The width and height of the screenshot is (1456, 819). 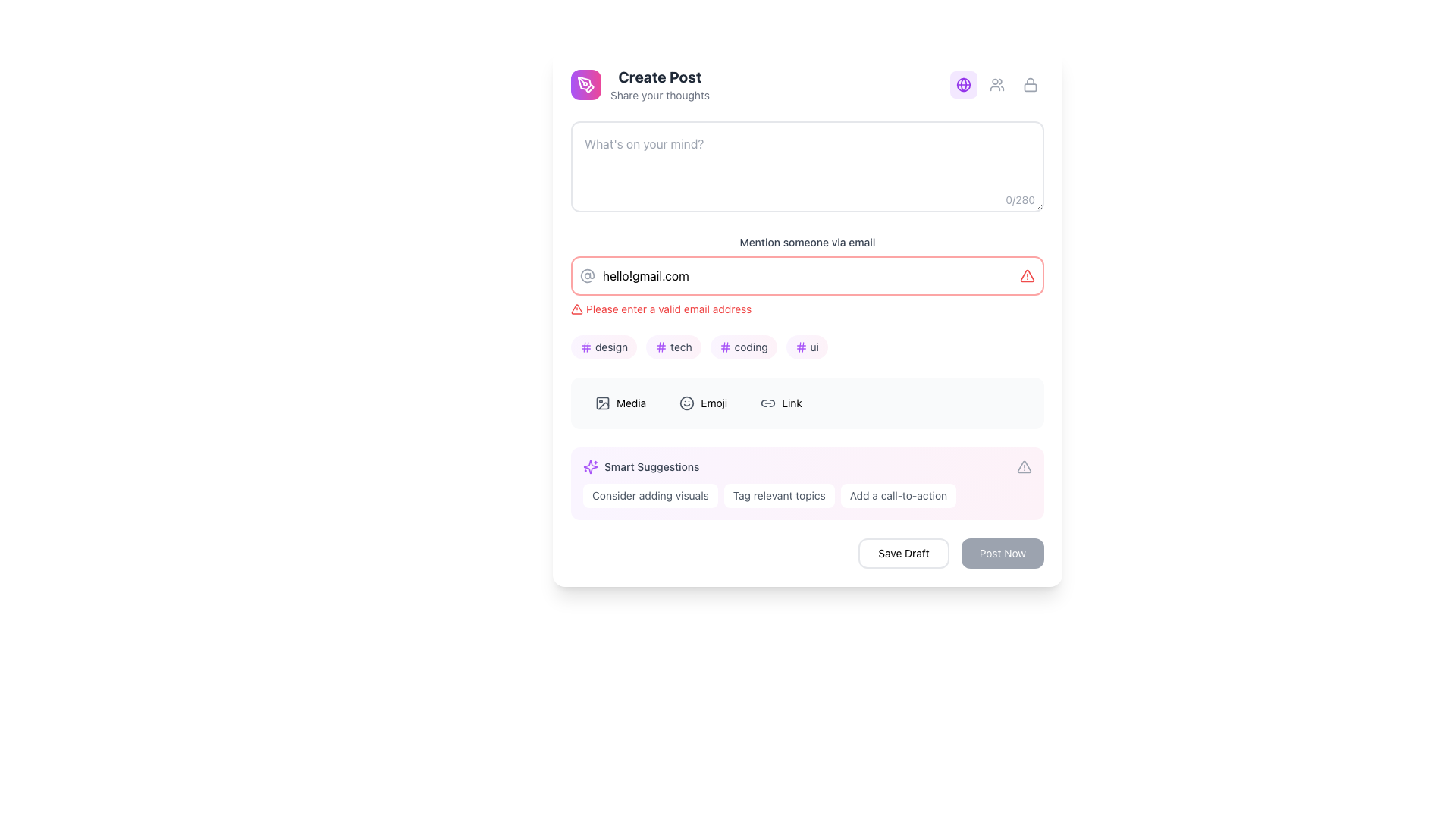 What do you see at coordinates (673, 347) in the screenshot?
I see `the pill-shaped button labeled 'tech' which has a purple hash icon on the left and a gradient background transitioning from purple to pink` at bounding box center [673, 347].